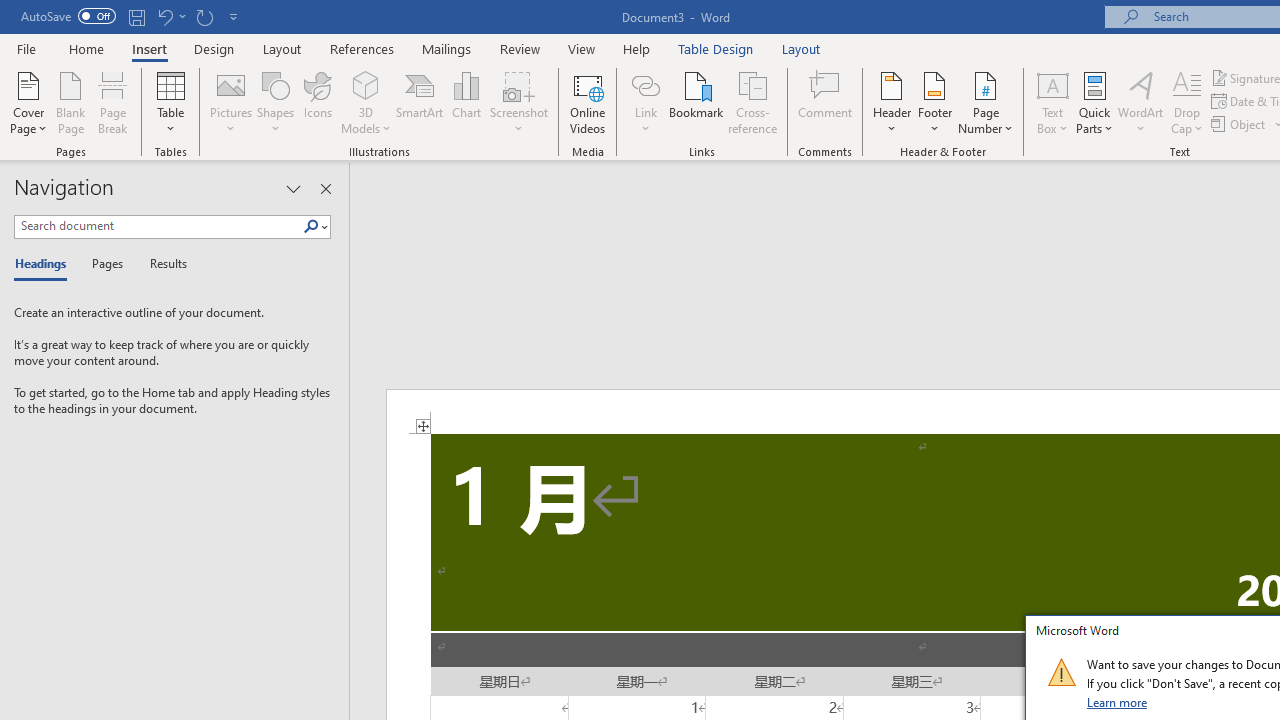 The image size is (1280, 720). What do you see at coordinates (204, 16) in the screenshot?
I see `'Repeat Doc Close'` at bounding box center [204, 16].